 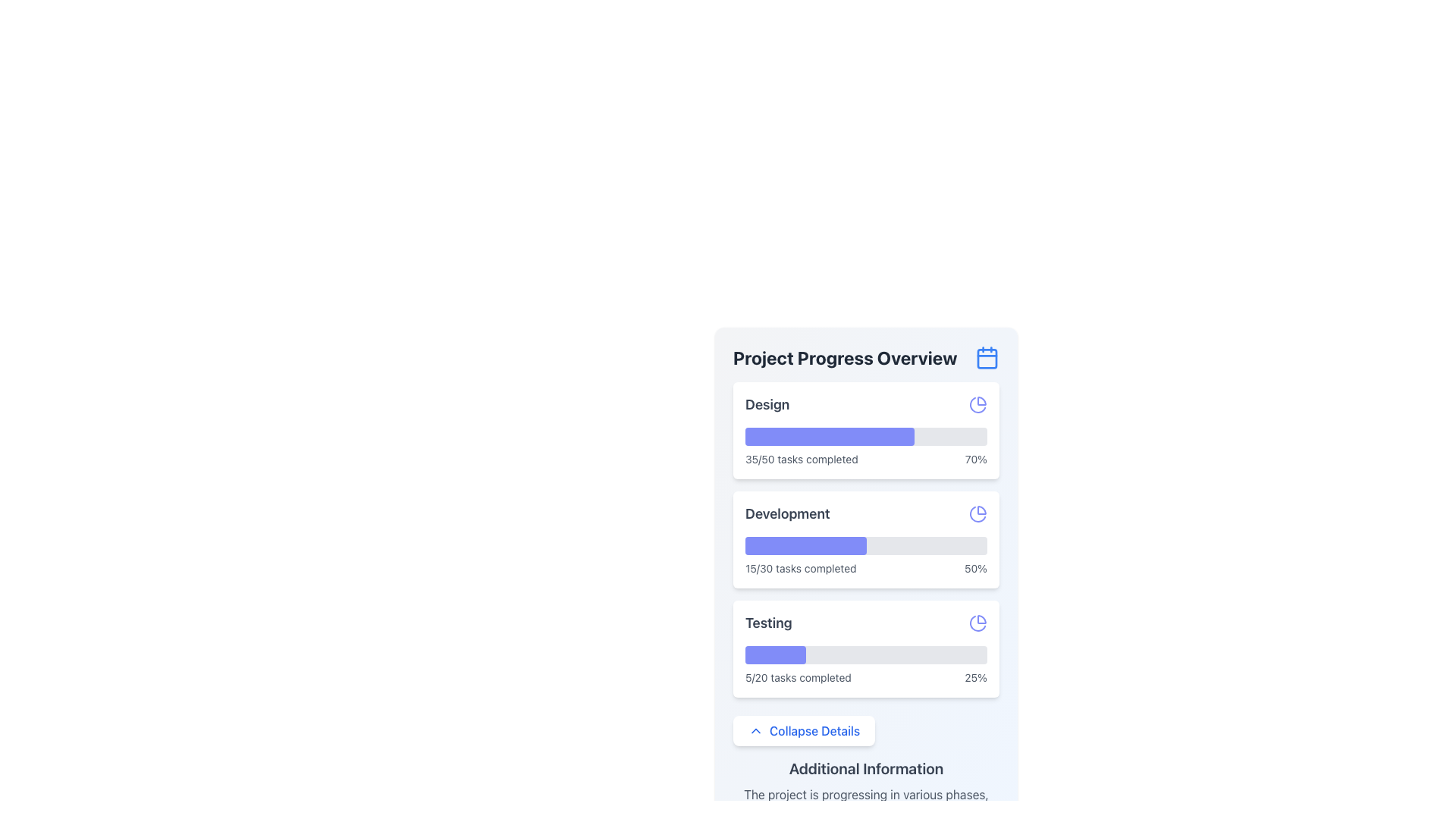 What do you see at coordinates (797, 677) in the screenshot?
I see `the static text indicating progress of tasks in the Testing section, which shows that 5 out of 20 tasks have been completed` at bounding box center [797, 677].